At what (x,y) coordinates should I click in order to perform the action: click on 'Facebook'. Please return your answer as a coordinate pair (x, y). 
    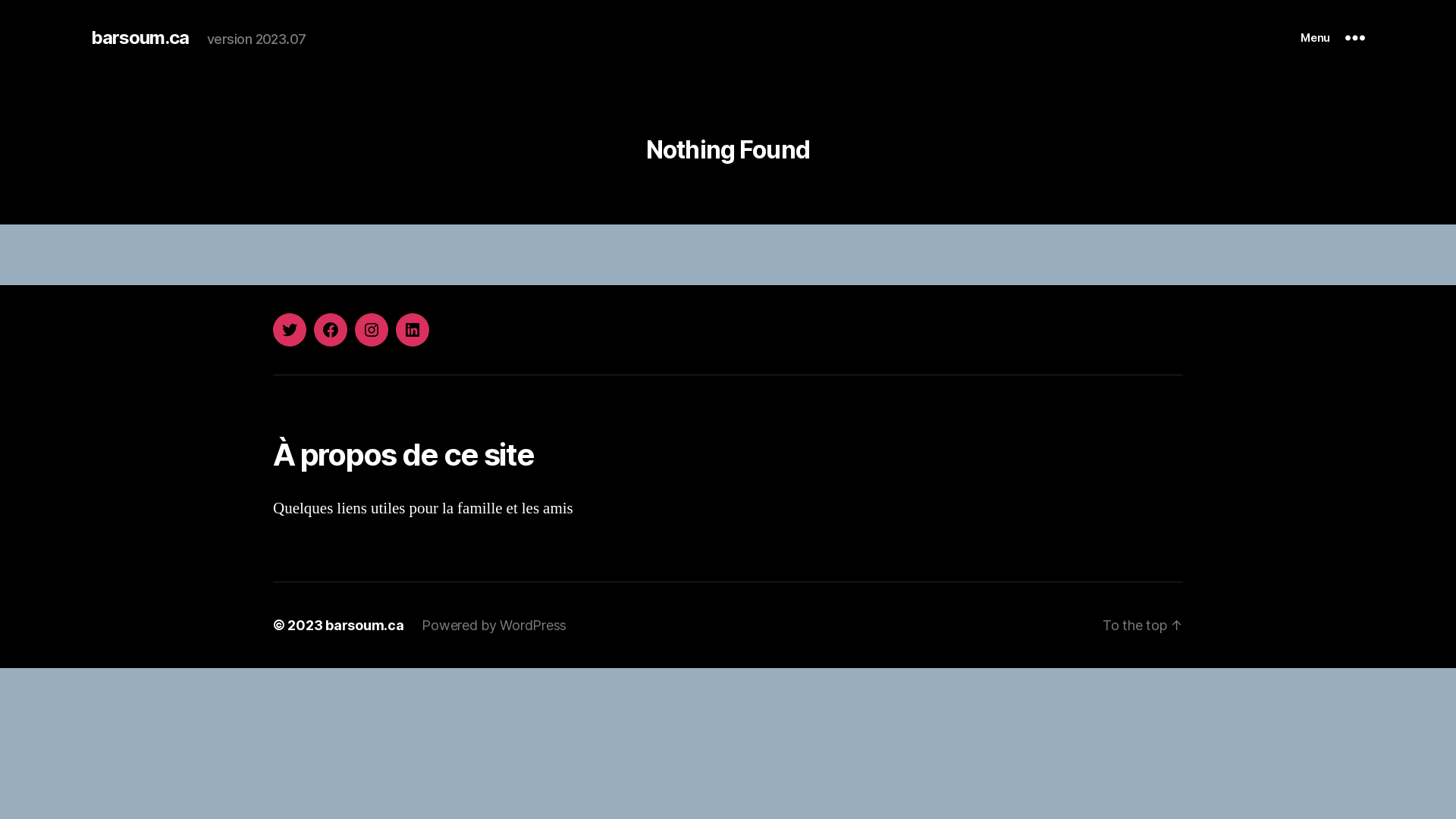
    Looking at the image, I should click on (312, 329).